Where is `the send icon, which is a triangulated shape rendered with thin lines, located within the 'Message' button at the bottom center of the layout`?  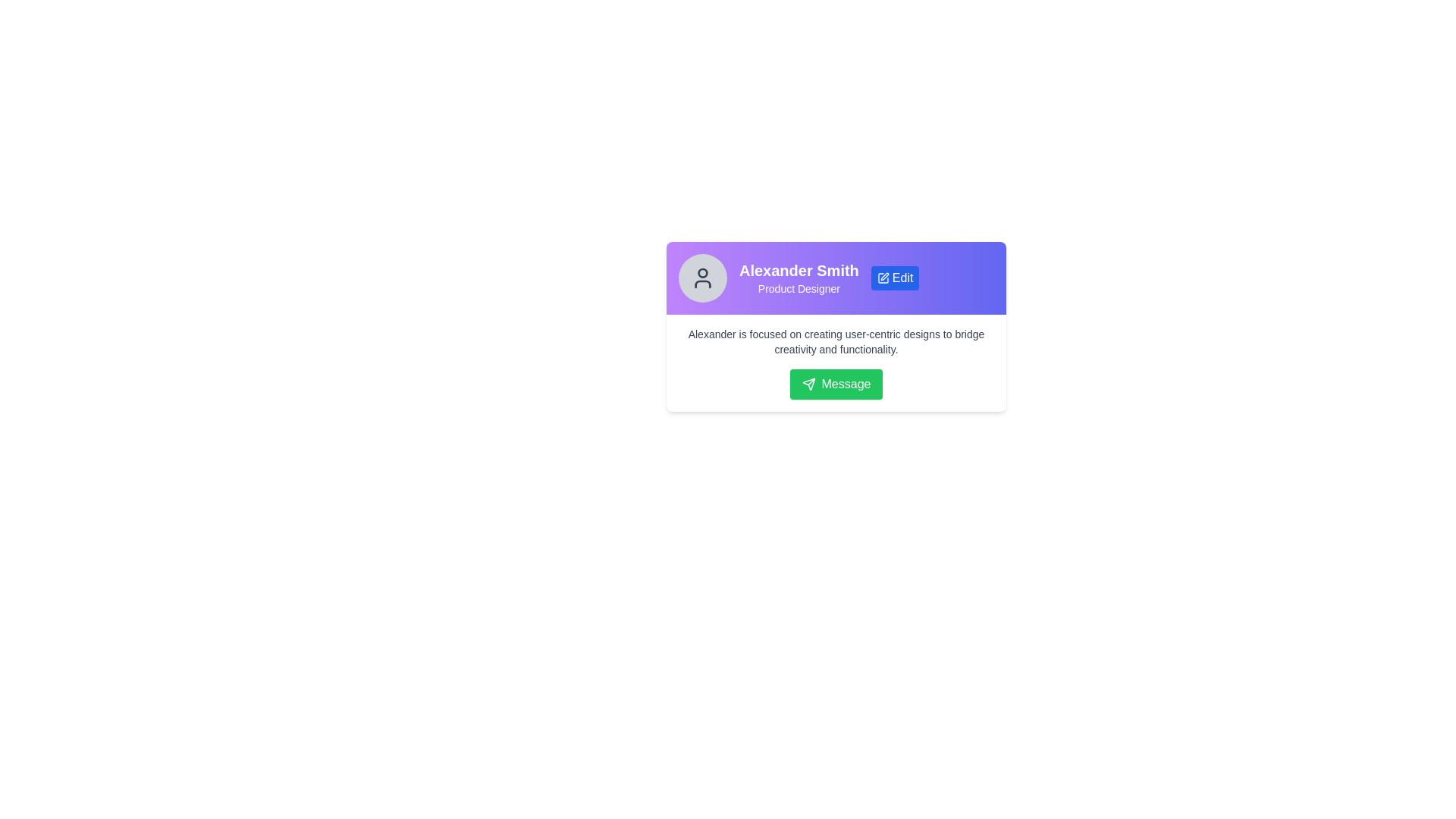
the send icon, which is a triangulated shape rendered with thin lines, located within the 'Message' button at the bottom center of the layout is located at coordinates (808, 383).